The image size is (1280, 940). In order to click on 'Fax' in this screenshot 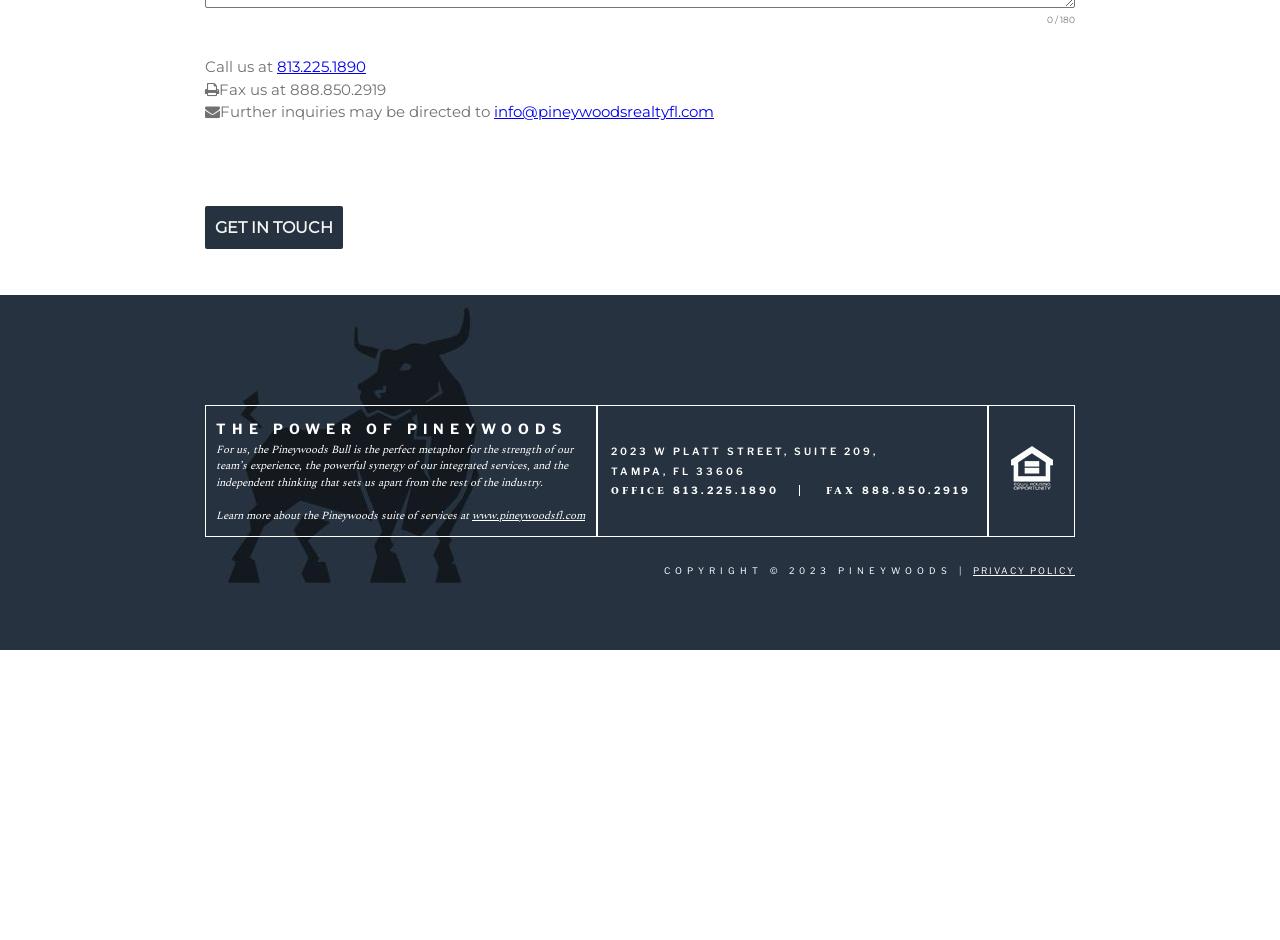, I will do `click(843, 490)`.